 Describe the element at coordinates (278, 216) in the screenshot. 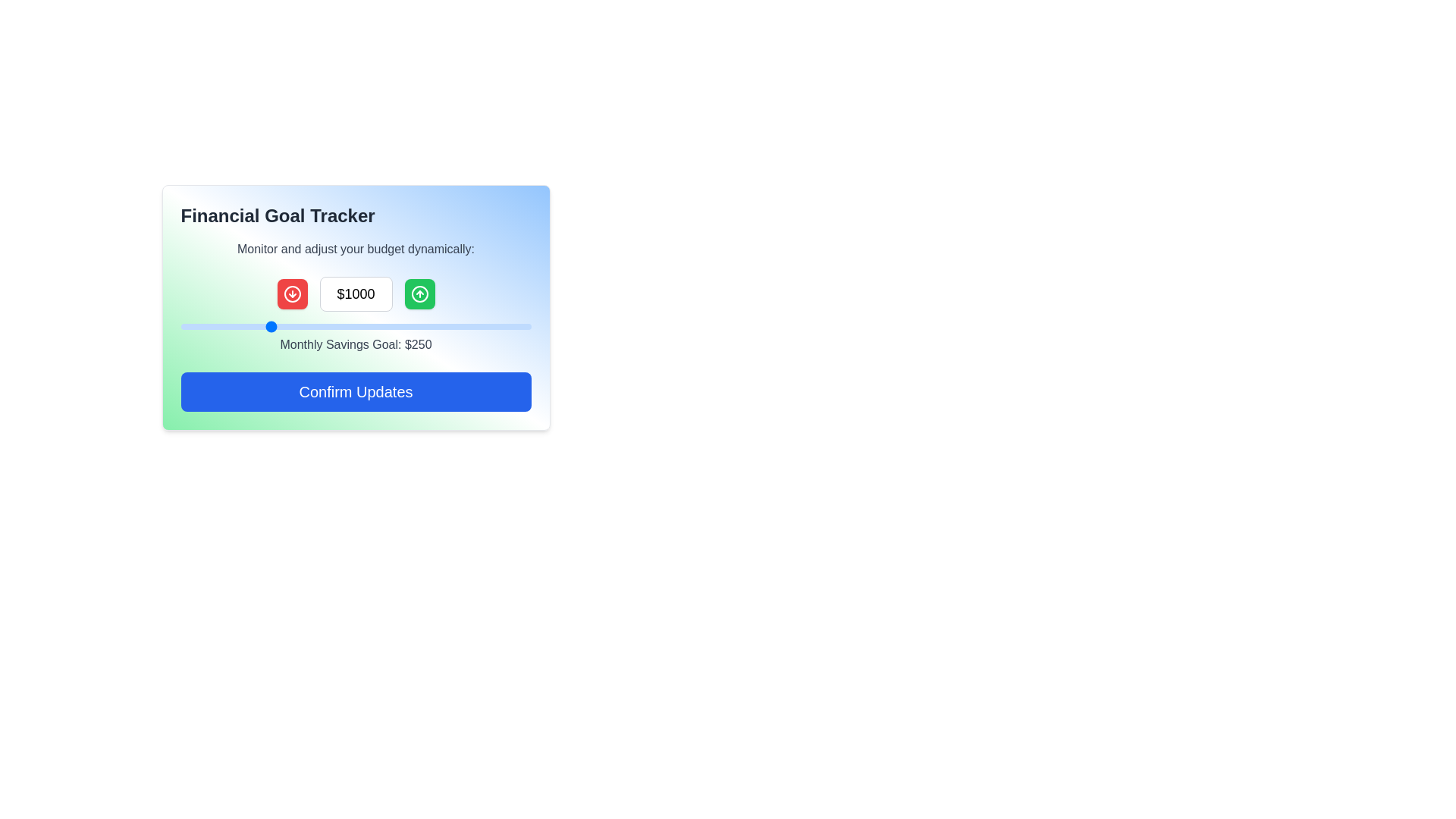

I see `the text header displaying 'Financial Goal Tracker', which is styled with a bold, large font in dark gray and located near the top-left of the budget tracking section` at that location.